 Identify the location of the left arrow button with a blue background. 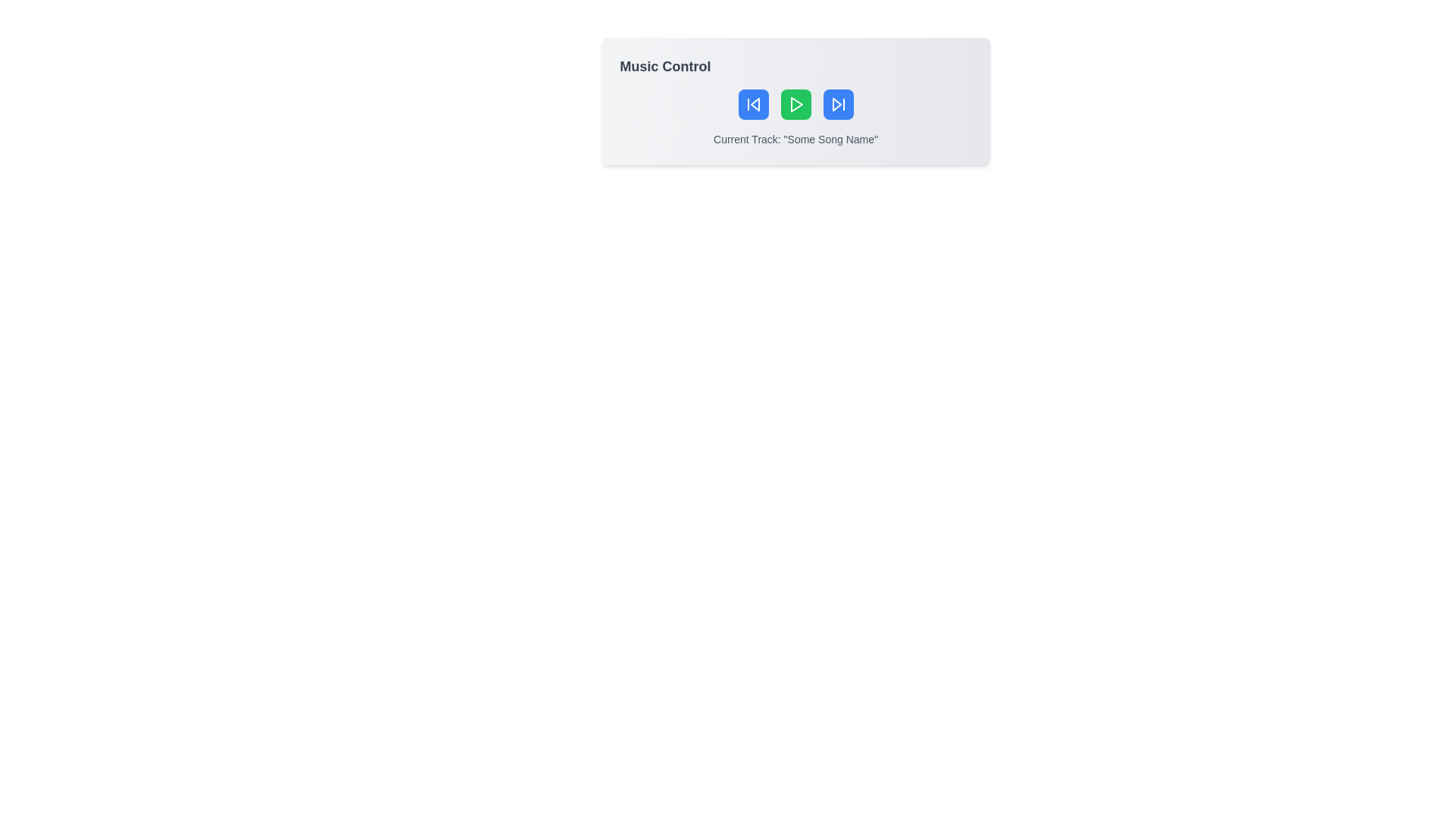
(755, 104).